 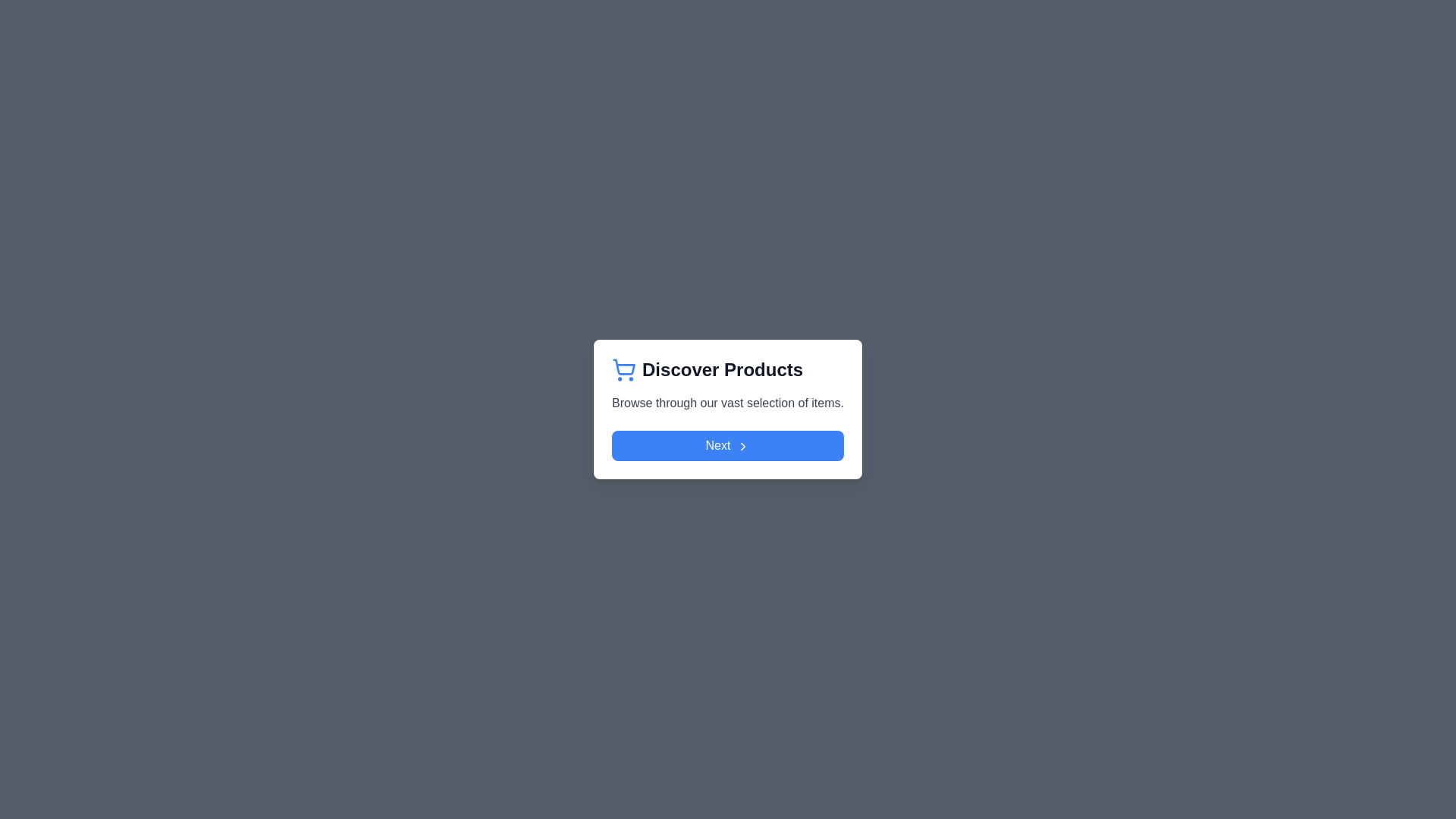 I want to click on the rightward-facing chevron arrow icon located near the 'Next' button within a centered dialog box, so click(x=743, y=445).